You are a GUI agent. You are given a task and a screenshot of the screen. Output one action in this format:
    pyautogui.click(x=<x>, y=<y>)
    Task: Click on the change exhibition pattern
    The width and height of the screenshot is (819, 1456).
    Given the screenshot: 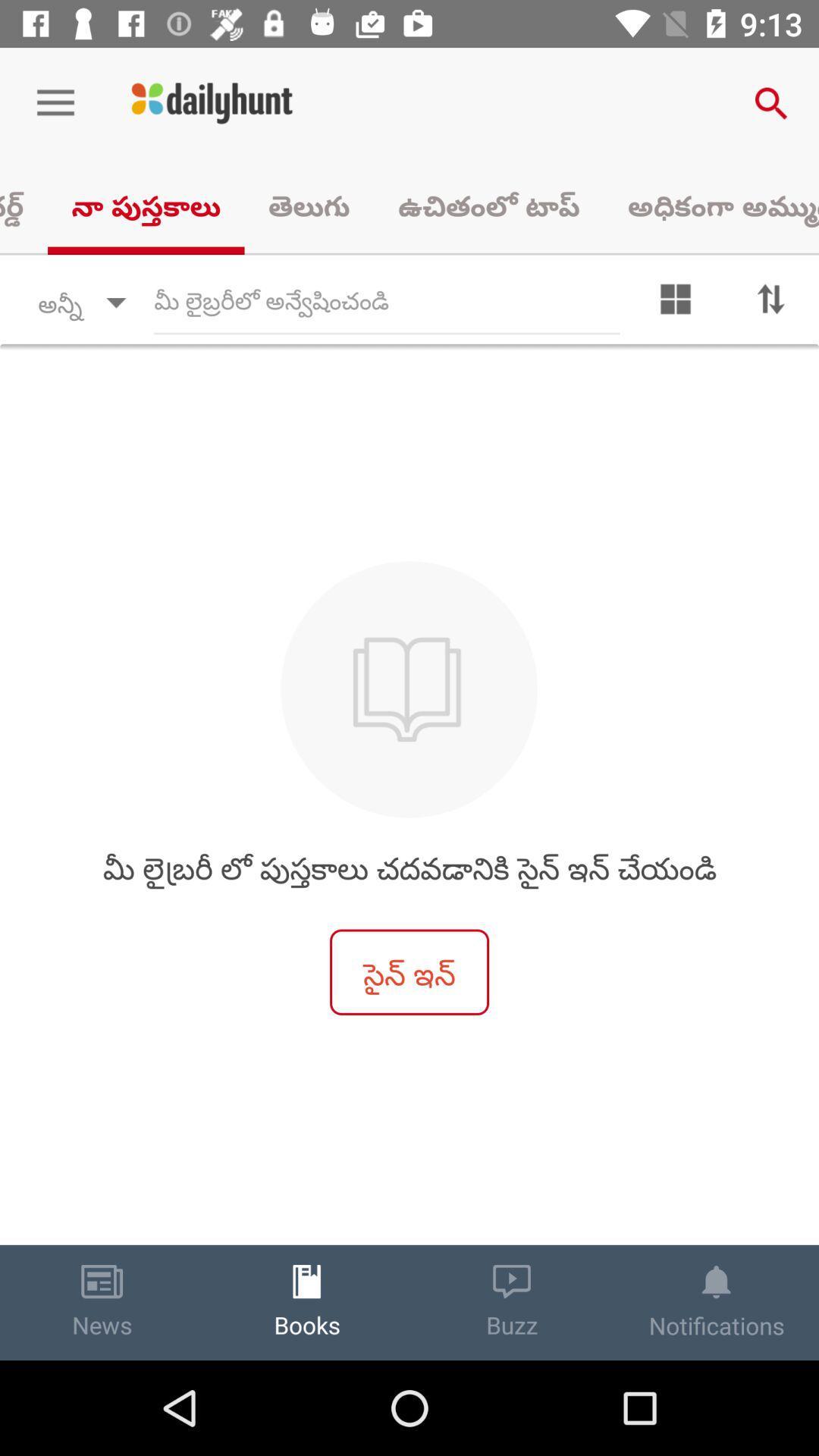 What is the action you would take?
    pyautogui.click(x=675, y=303)
    